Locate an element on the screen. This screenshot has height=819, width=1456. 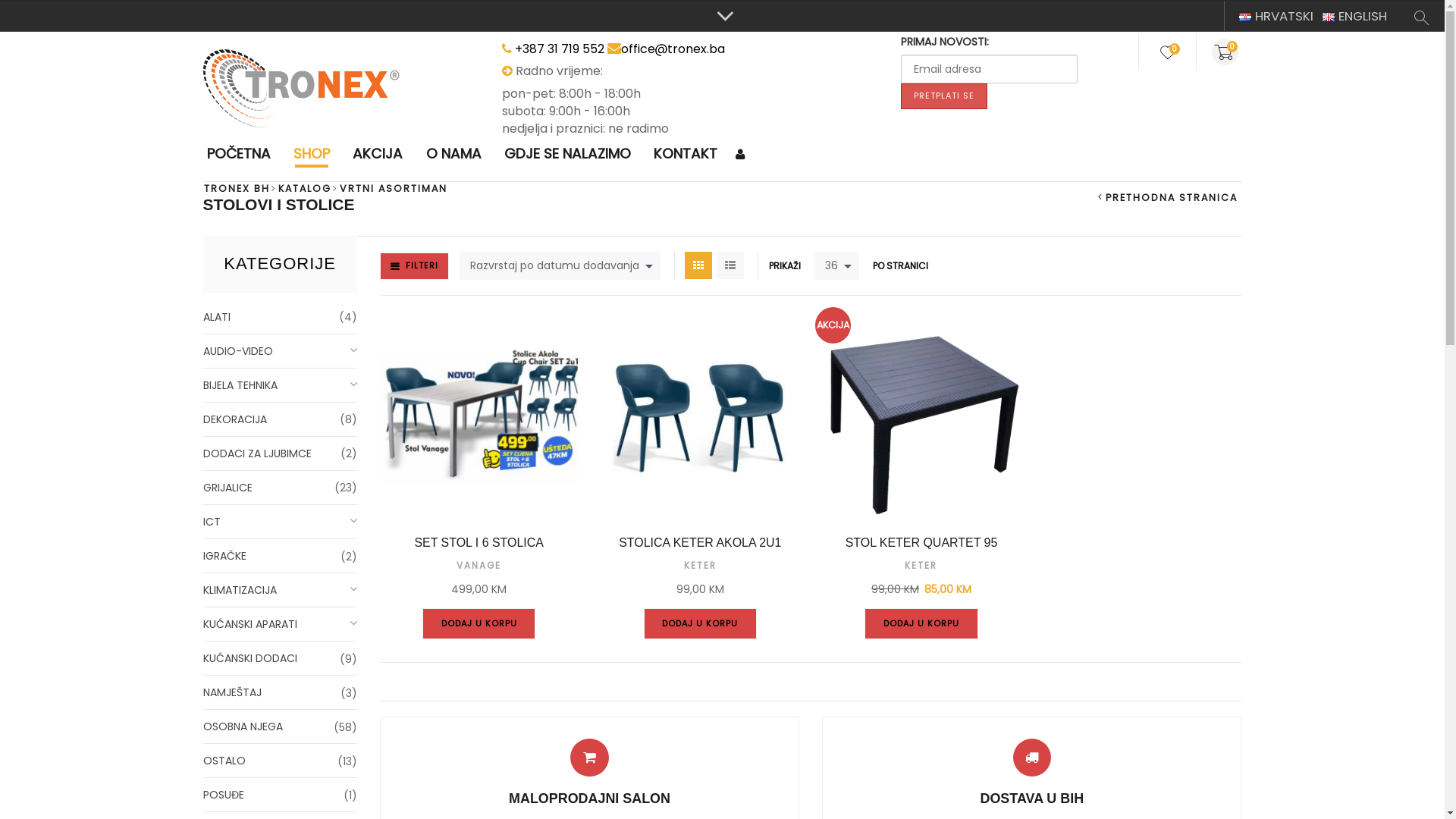
'OSTALO' is located at coordinates (280, 761).